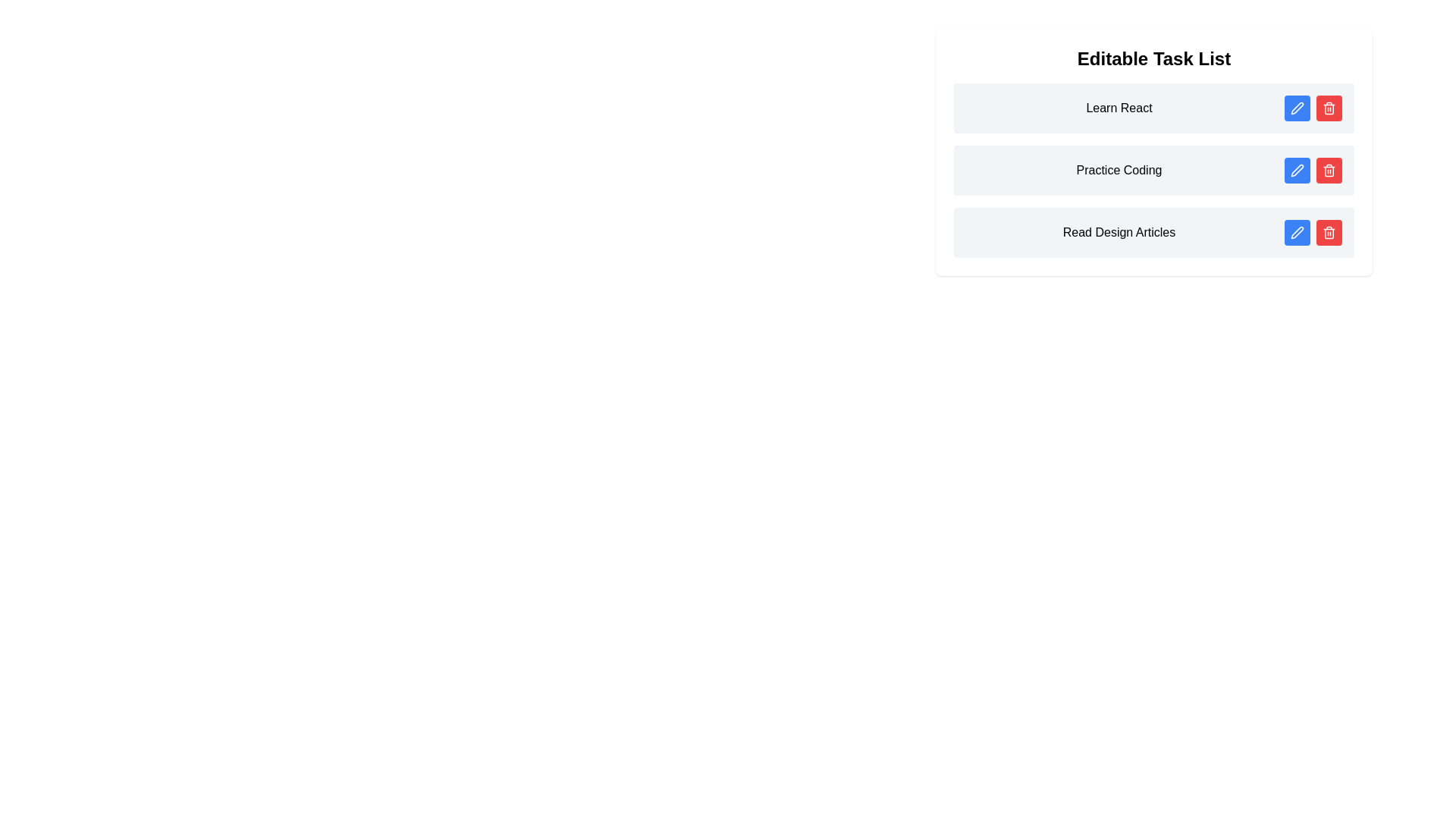 Image resolution: width=1456 pixels, height=819 pixels. What do you see at coordinates (1296, 107) in the screenshot?
I see `the edit button located in the topmost task row of the task list interface, positioned to the right of the 'Learn React' label and to the left of the red delete button, to change its styling` at bounding box center [1296, 107].